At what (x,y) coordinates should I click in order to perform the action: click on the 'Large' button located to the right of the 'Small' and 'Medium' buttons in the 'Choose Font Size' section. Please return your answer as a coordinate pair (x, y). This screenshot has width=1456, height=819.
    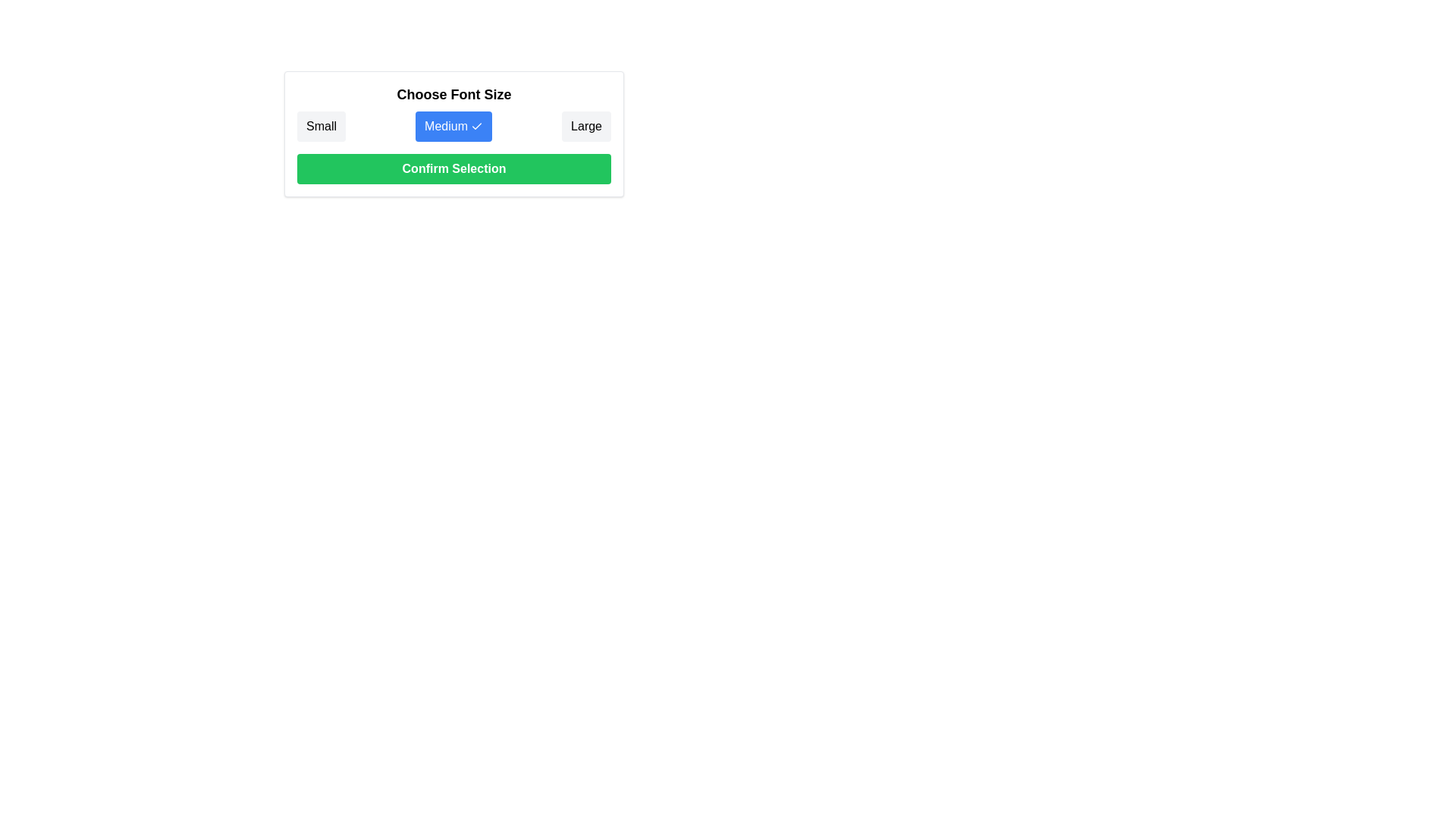
    Looking at the image, I should click on (585, 125).